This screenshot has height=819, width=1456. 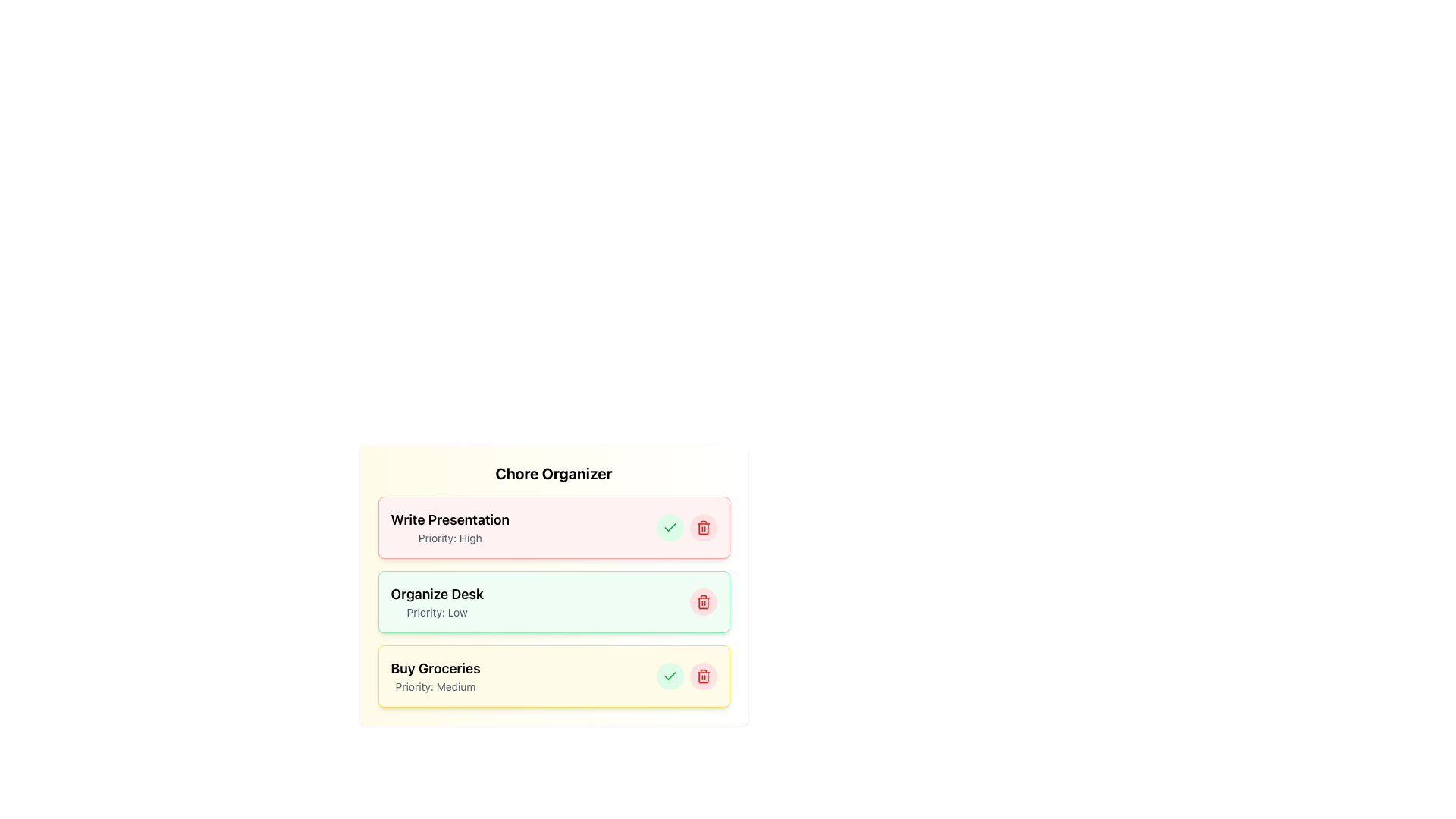 I want to click on the text label displaying 'Priority: Low' within the task card titled 'Organize Desk', which is styled in gray and positioned near the bottom center of the card, so click(x=436, y=611).